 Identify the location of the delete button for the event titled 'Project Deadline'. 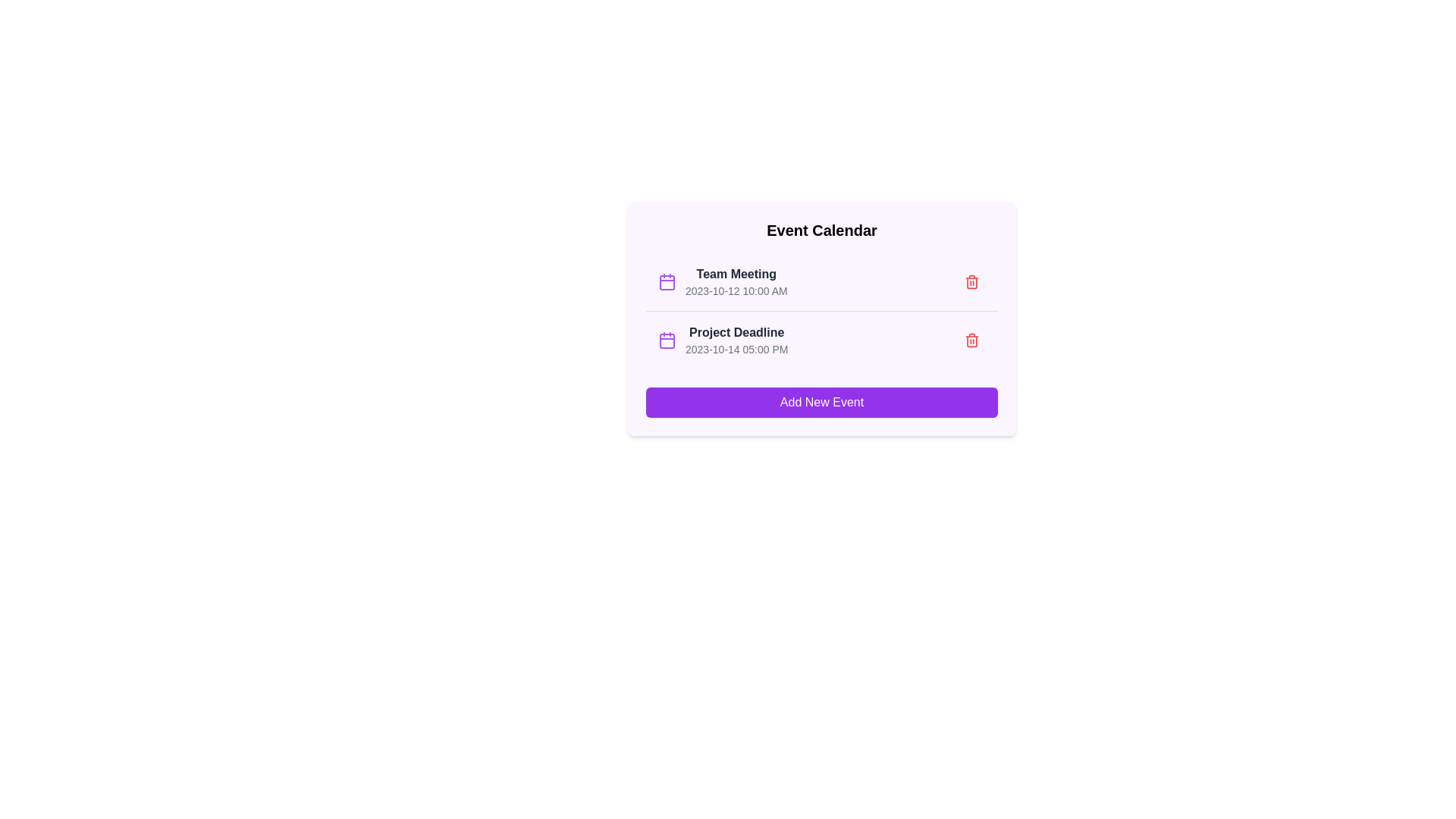
(971, 339).